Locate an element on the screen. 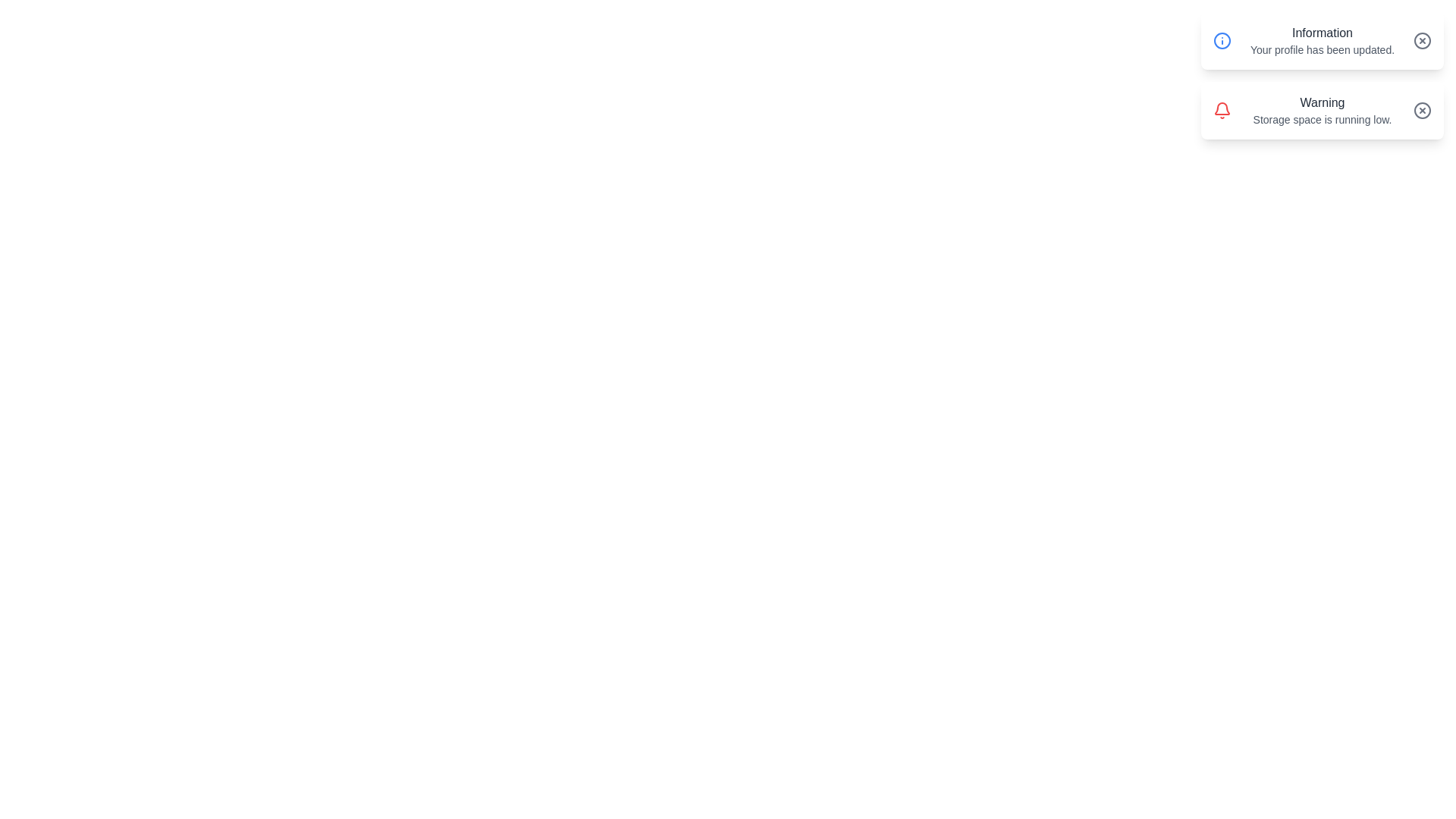  the status message text label that indicates successful profile information update, located below the 'Information' title in the notification block at the top right corner of the UI is located at coordinates (1321, 49).